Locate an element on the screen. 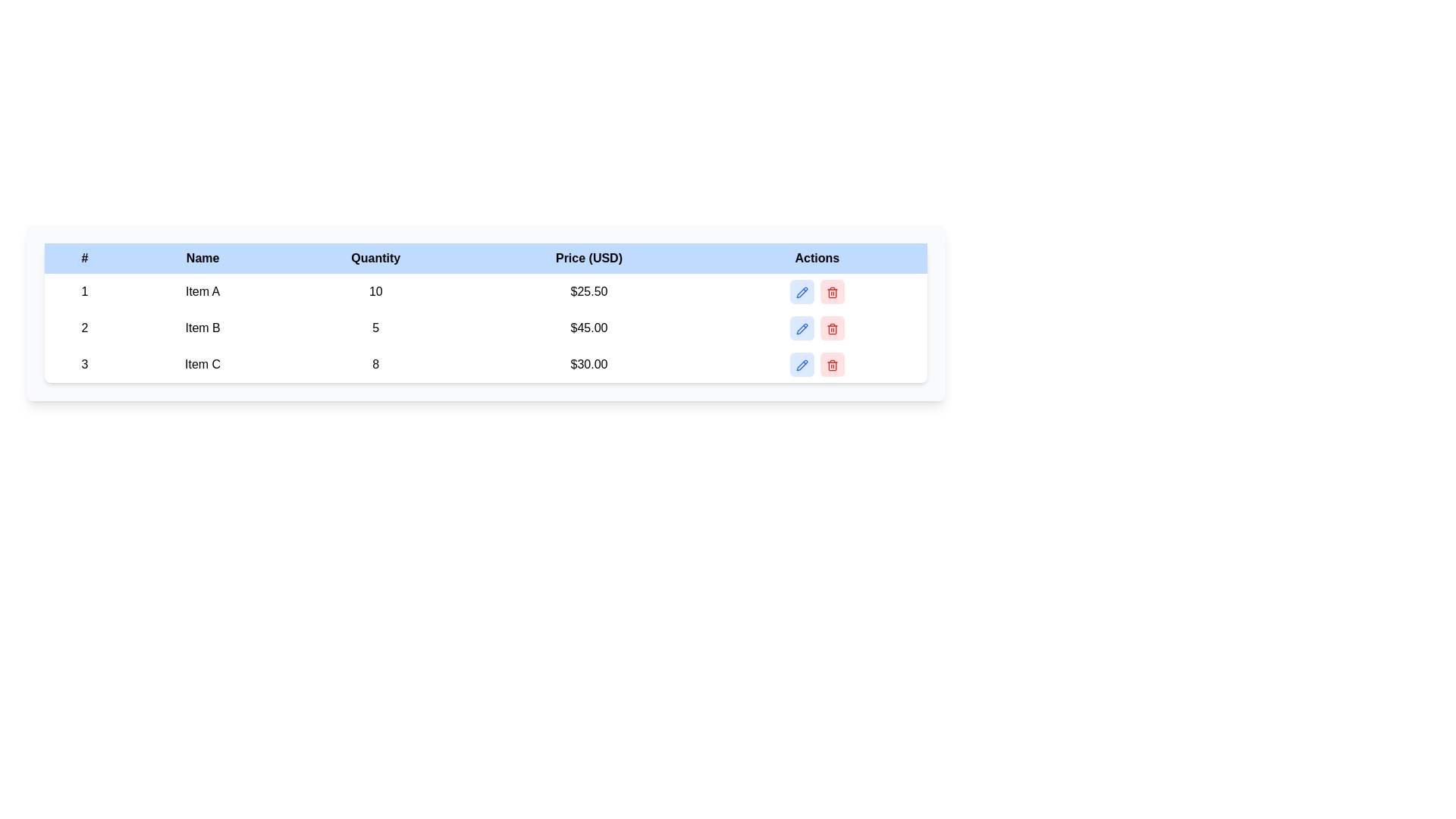  the delete button located is located at coordinates (831, 292).